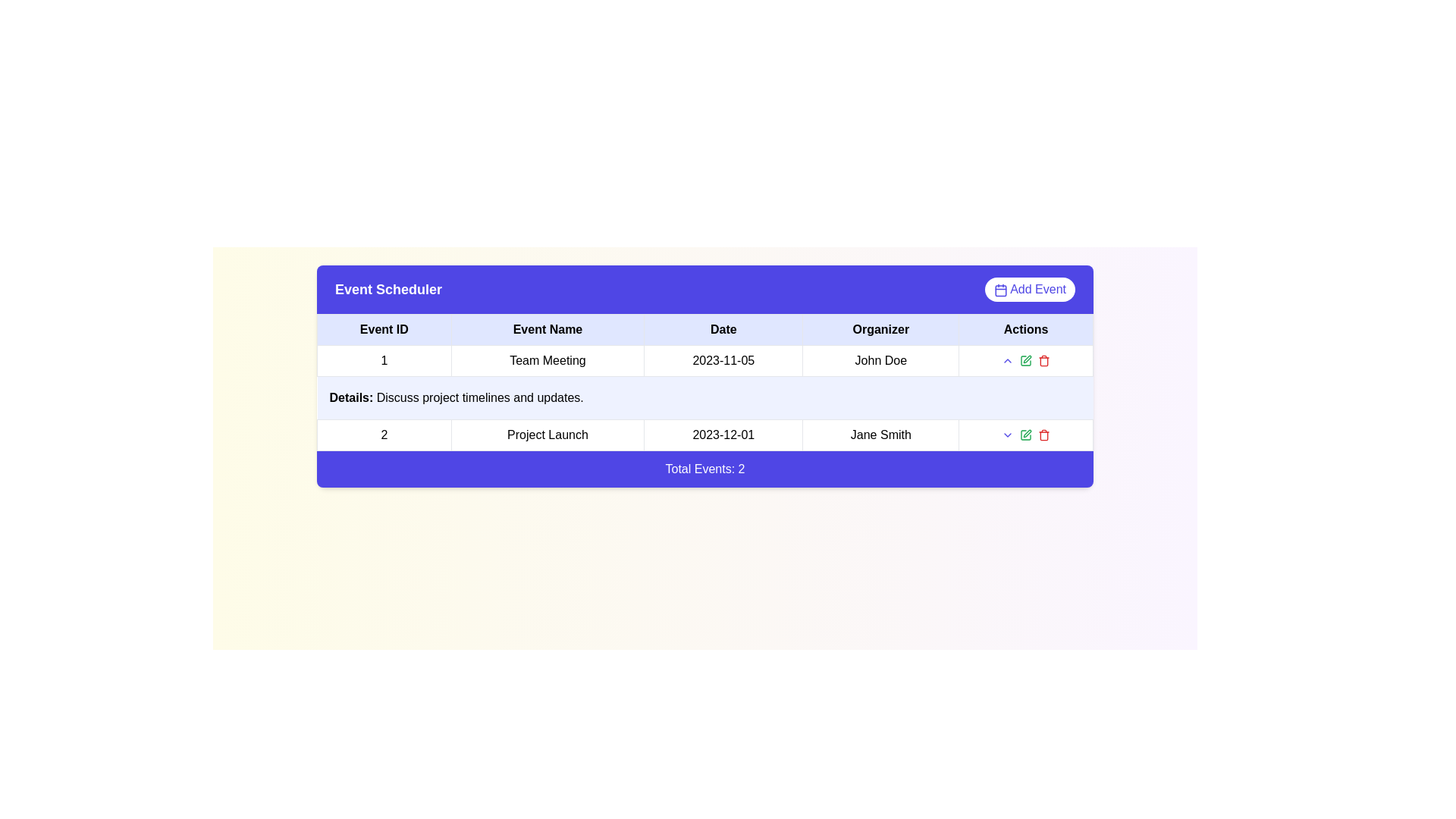  I want to click on the green pencil icon in the 'Actions' column of the first row, so click(1026, 360).